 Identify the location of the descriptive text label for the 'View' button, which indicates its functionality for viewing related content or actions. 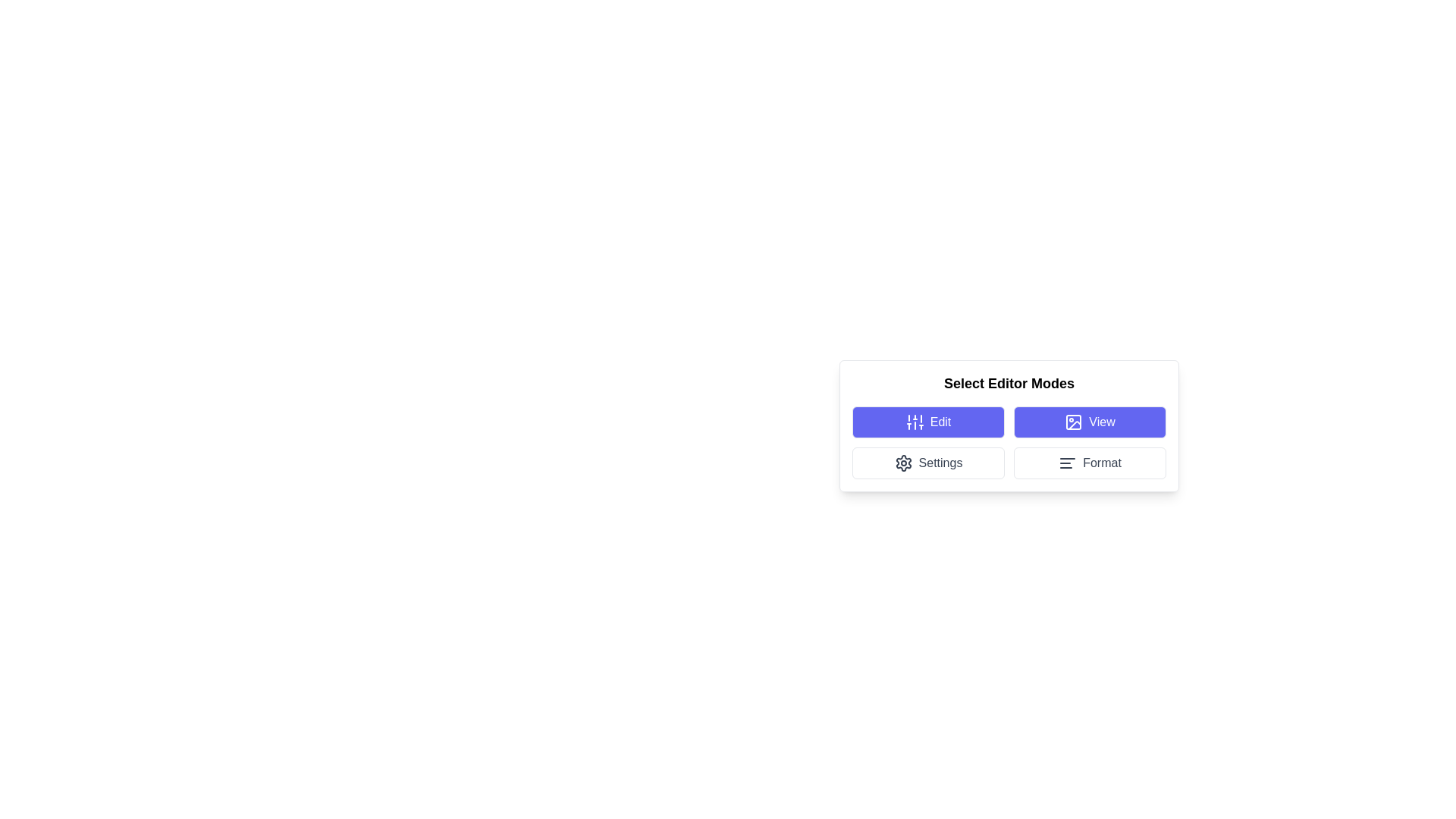
(1102, 422).